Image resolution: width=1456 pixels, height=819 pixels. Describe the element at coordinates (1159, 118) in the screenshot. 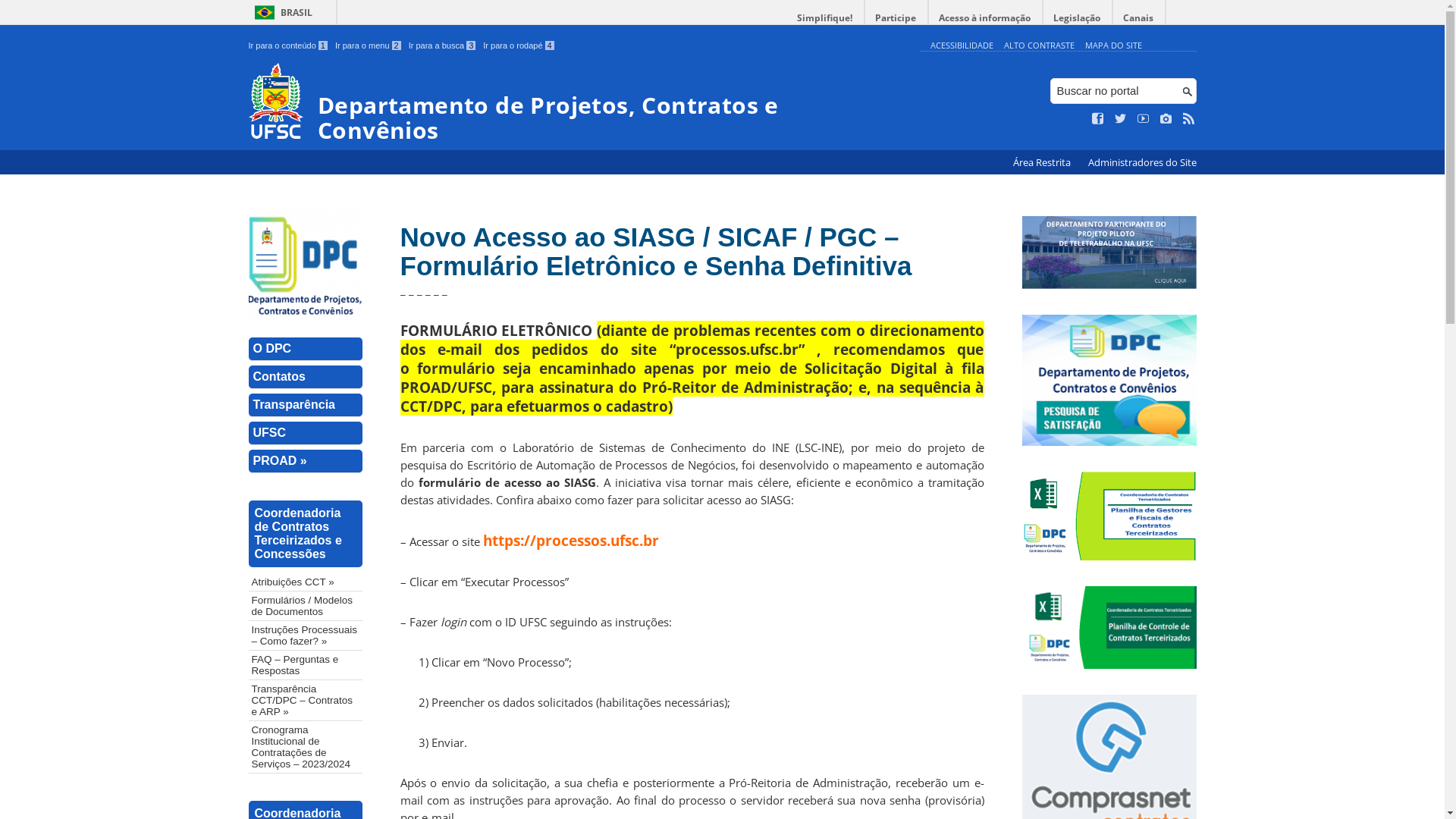

I see `'Veja no Instagram'` at that location.